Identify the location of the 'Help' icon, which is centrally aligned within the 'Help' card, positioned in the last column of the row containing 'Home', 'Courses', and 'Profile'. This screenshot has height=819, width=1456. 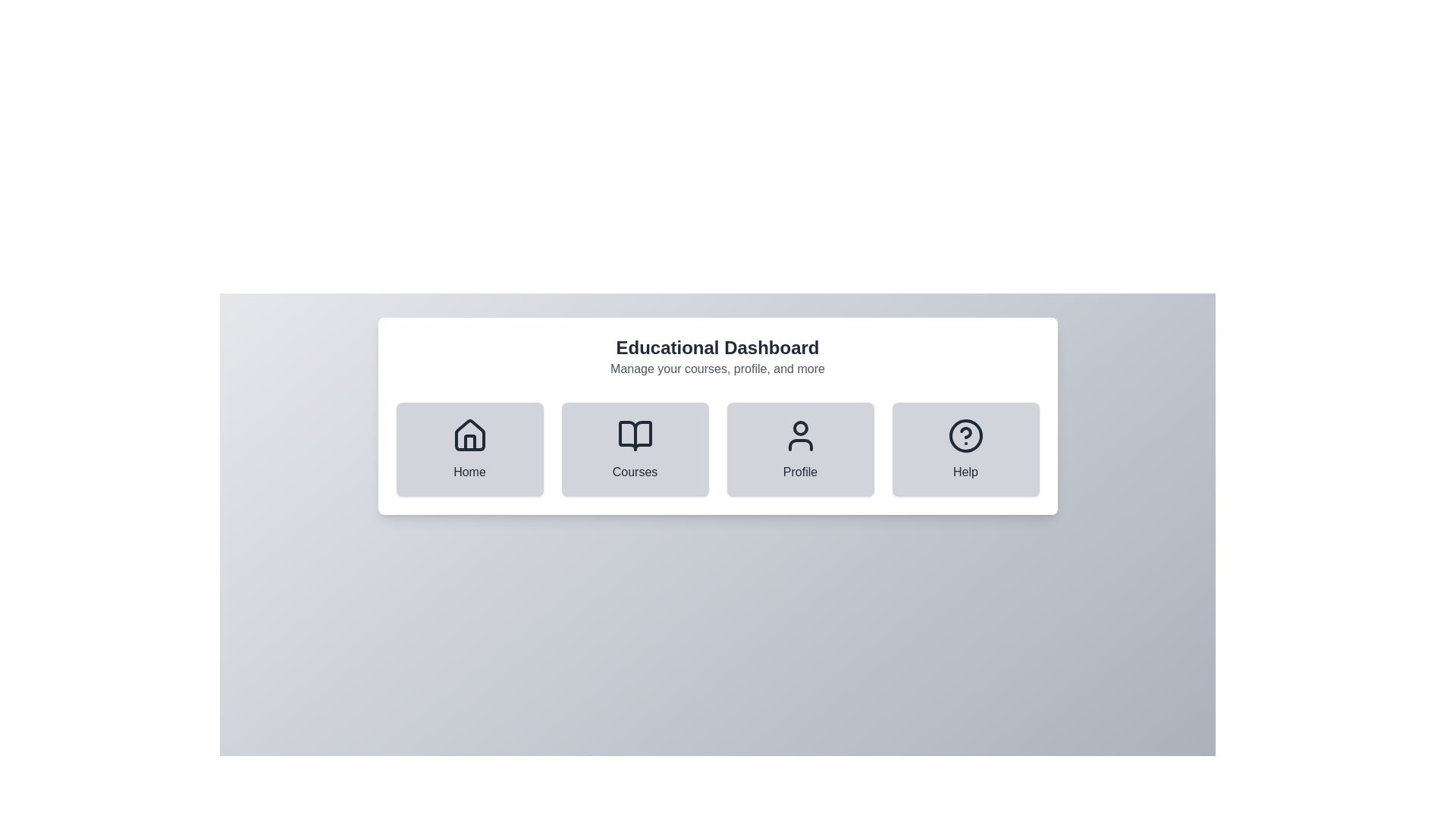
(965, 435).